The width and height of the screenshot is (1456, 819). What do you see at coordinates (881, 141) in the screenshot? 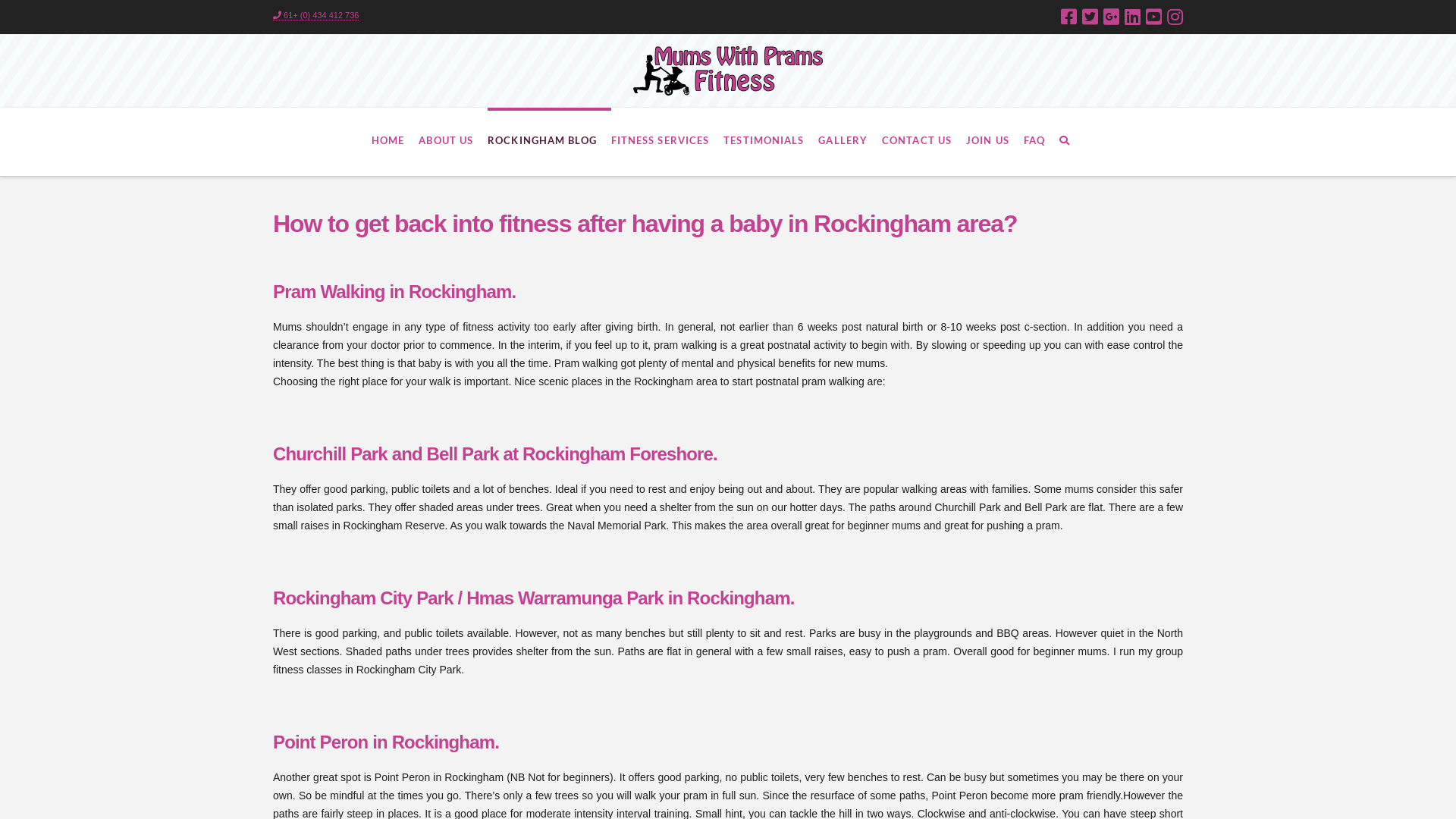
I see `'CONTACT US'` at bounding box center [881, 141].